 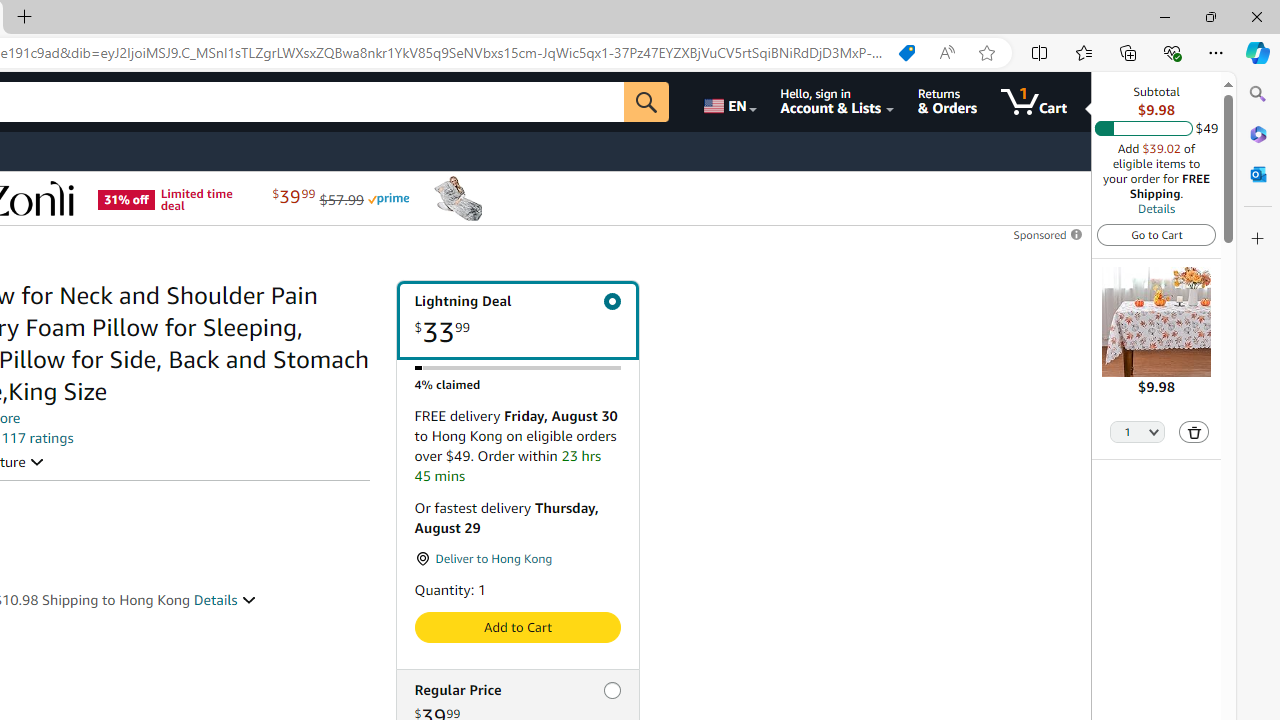 I want to click on 'Hello, sign in Account & Lists', so click(x=837, y=101).